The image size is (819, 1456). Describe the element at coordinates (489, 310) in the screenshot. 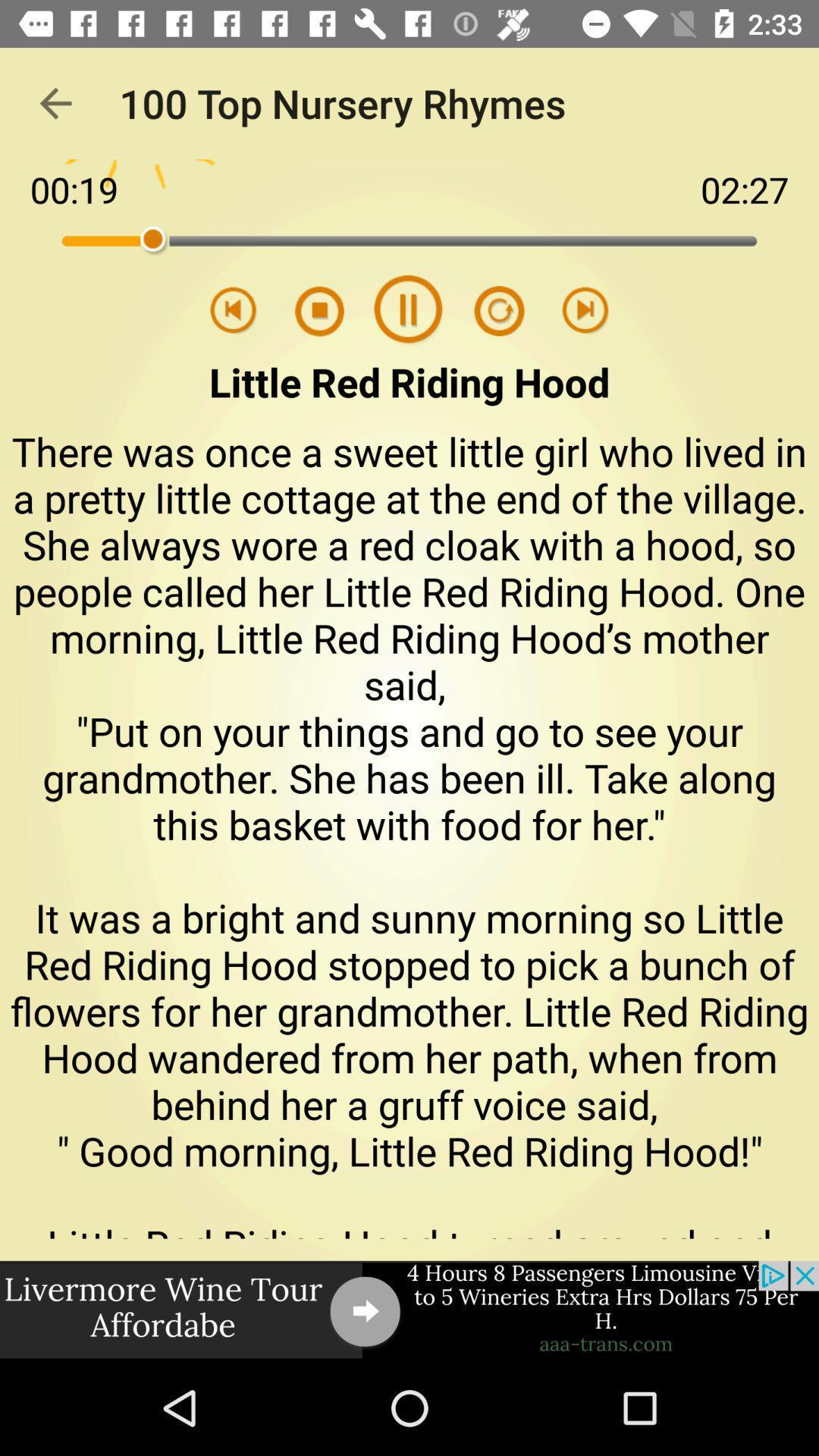

I see `the symbol` at that location.